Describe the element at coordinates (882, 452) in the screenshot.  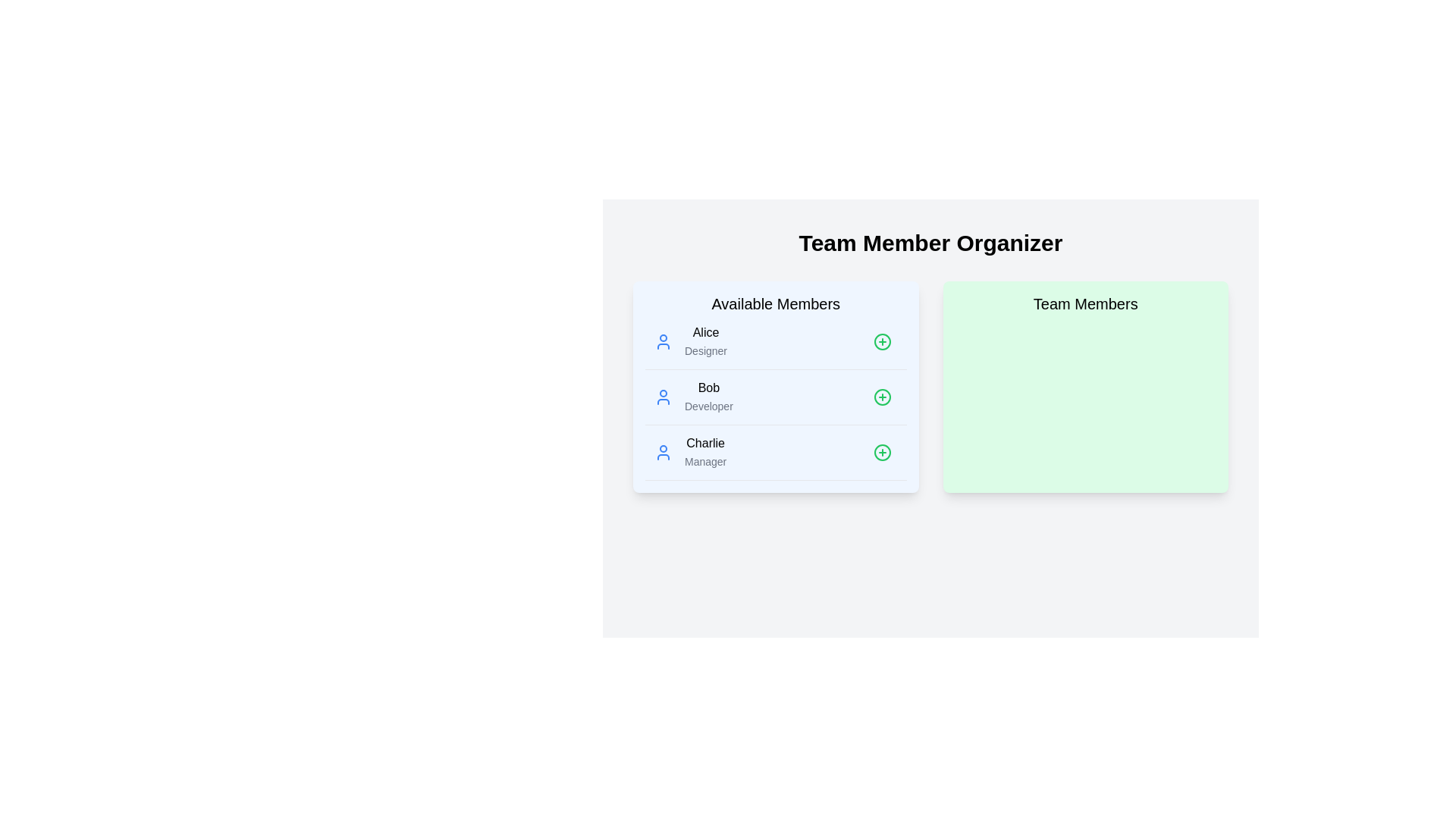
I see `the circular SVG graphic element that represents a 'circle plus' icon, which is centered near the 'Charlie, Manager' item in the 'Available Members' list` at that location.